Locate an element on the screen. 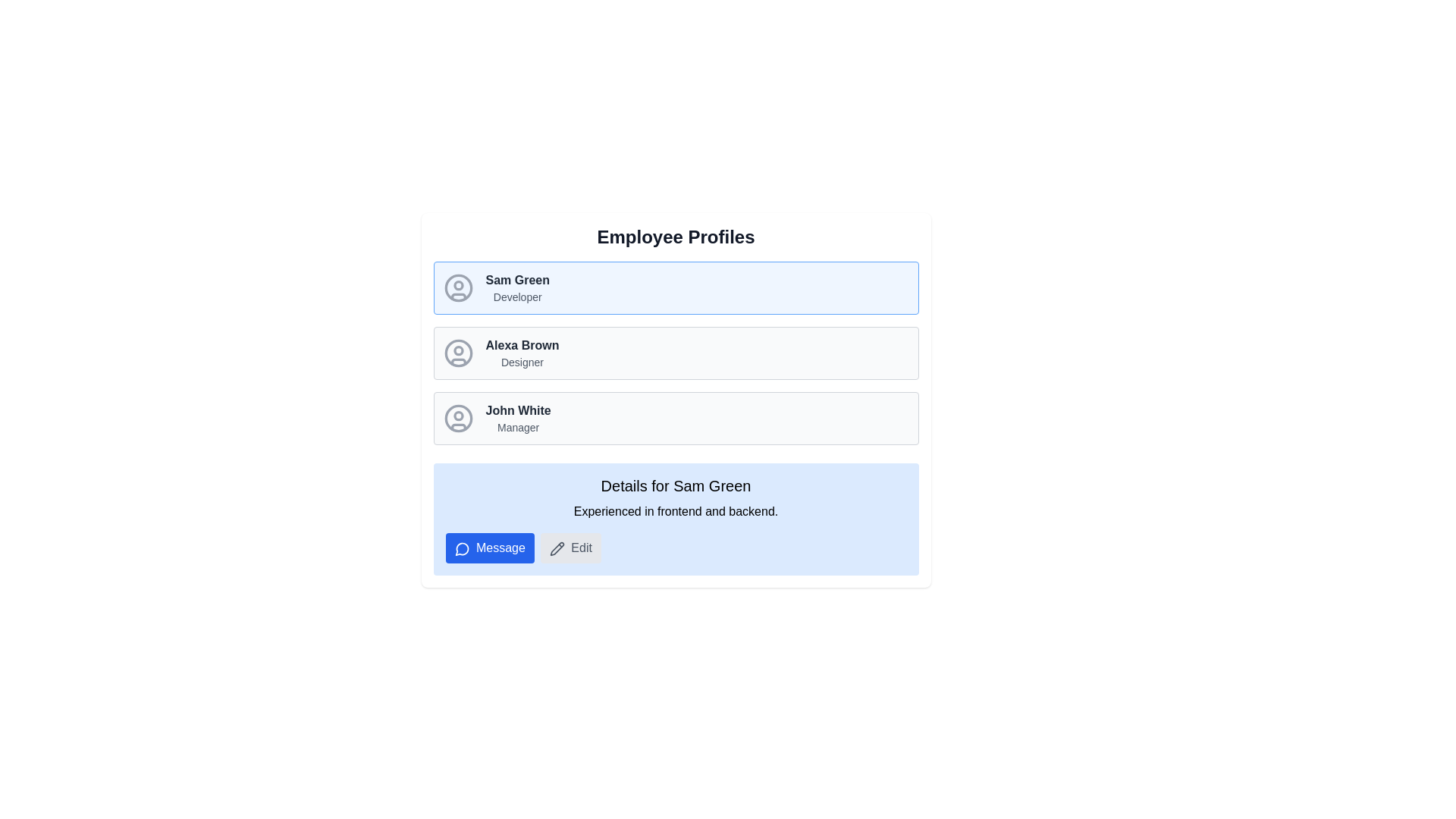 The image size is (1456, 819). near the job title label associated with 'Sam Green' is located at coordinates (517, 297).